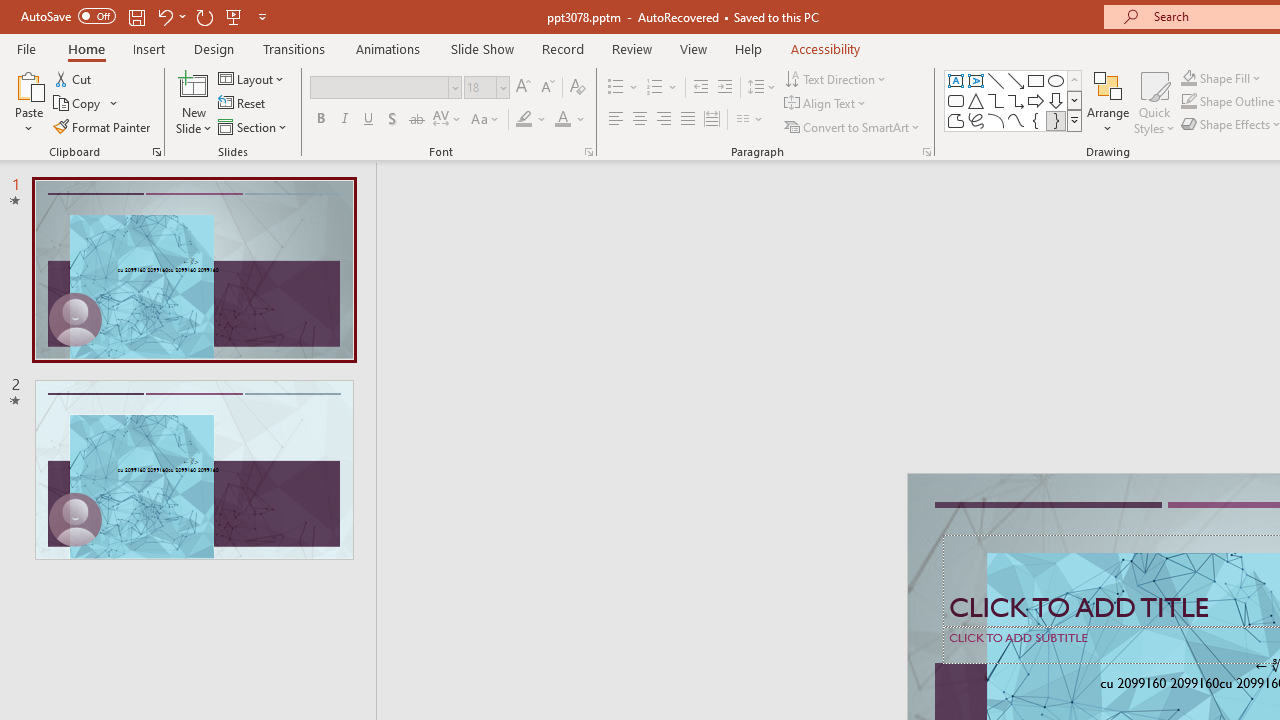 Image resolution: width=1280 pixels, height=720 pixels. Describe the element at coordinates (85, 103) in the screenshot. I see `'Copy'` at that location.